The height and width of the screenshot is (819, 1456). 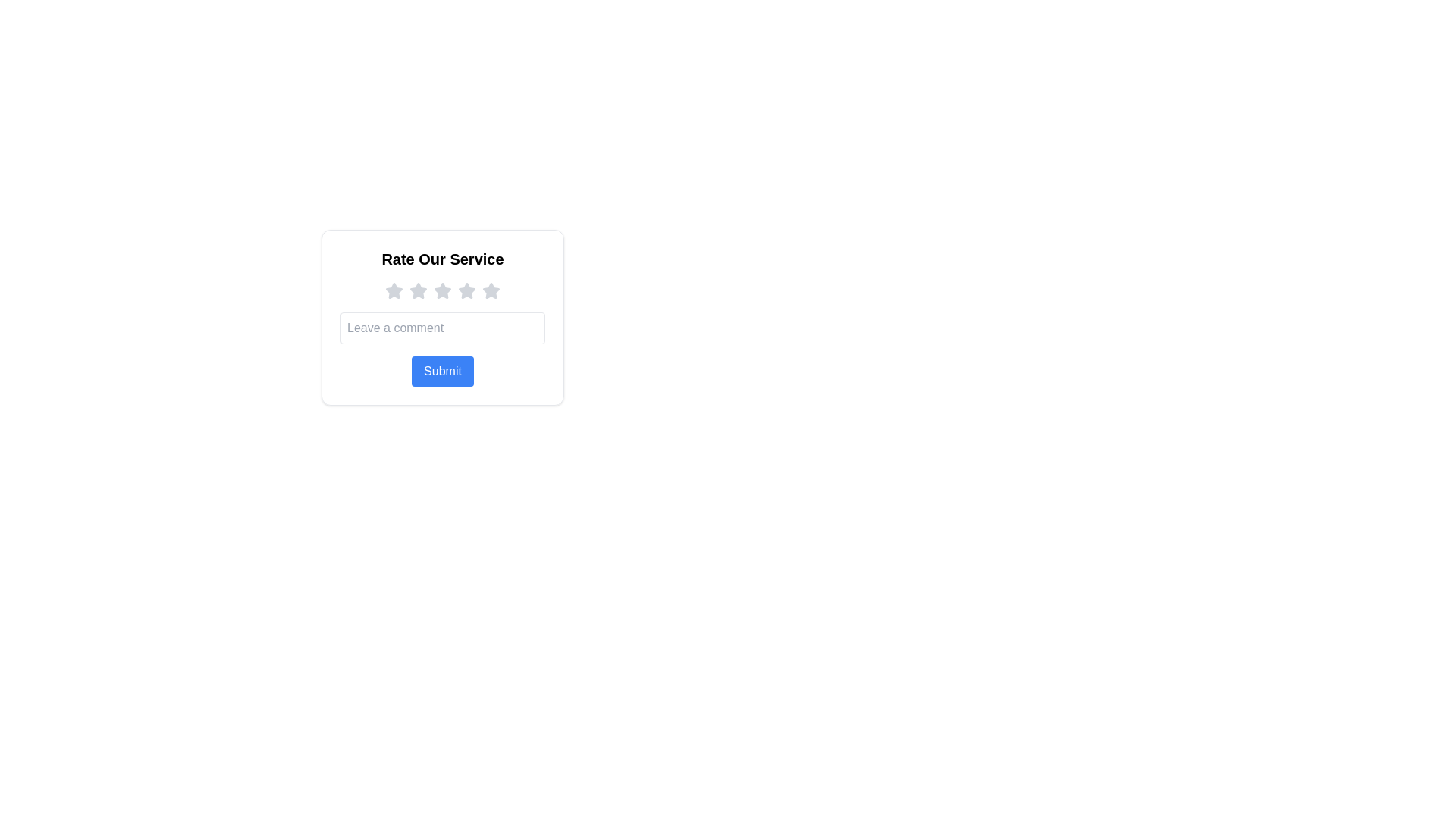 I want to click on the second star icon in the Rating section, so click(x=419, y=290).